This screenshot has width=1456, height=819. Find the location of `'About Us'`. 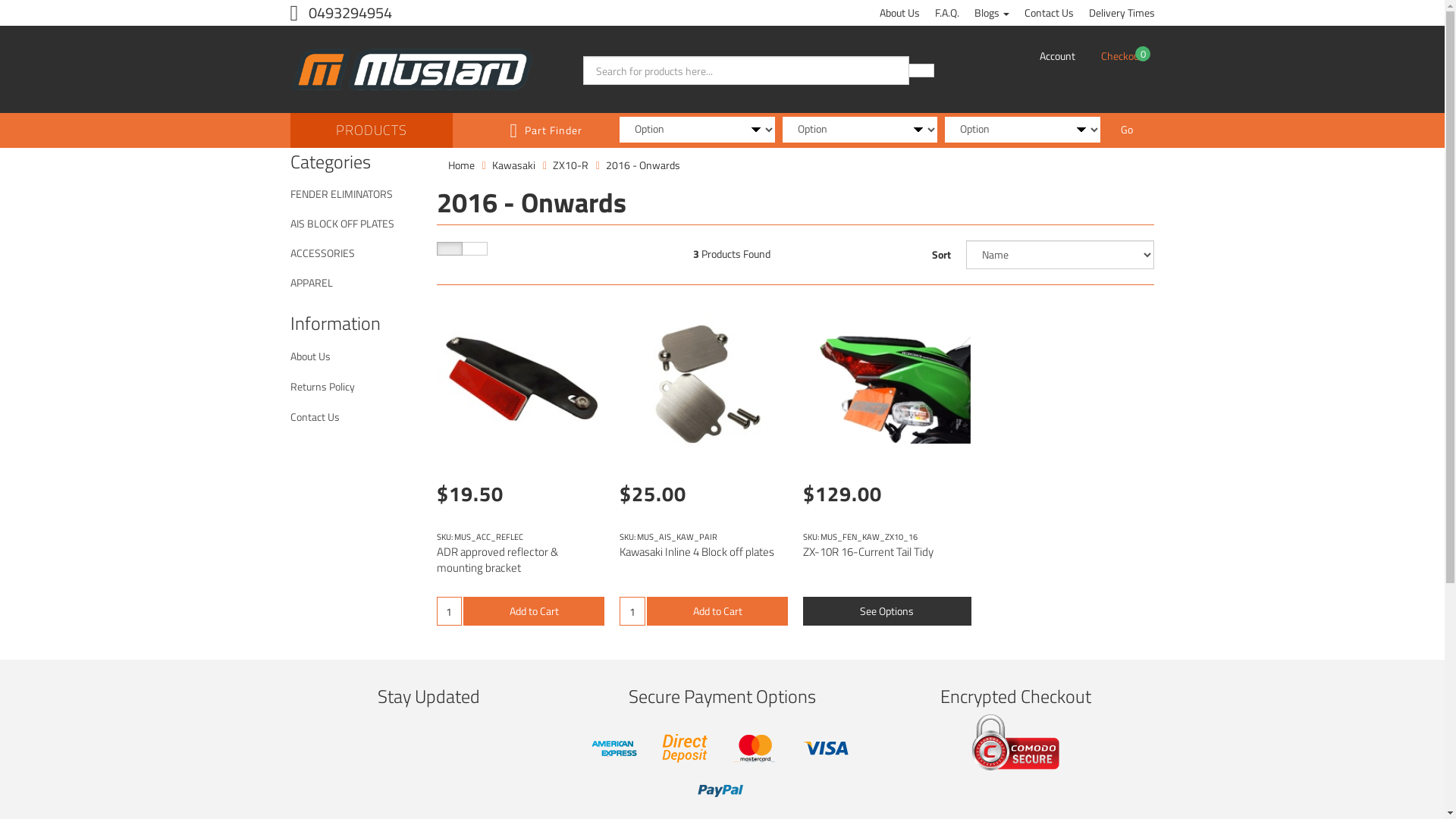

'About Us' is located at coordinates (899, 12).